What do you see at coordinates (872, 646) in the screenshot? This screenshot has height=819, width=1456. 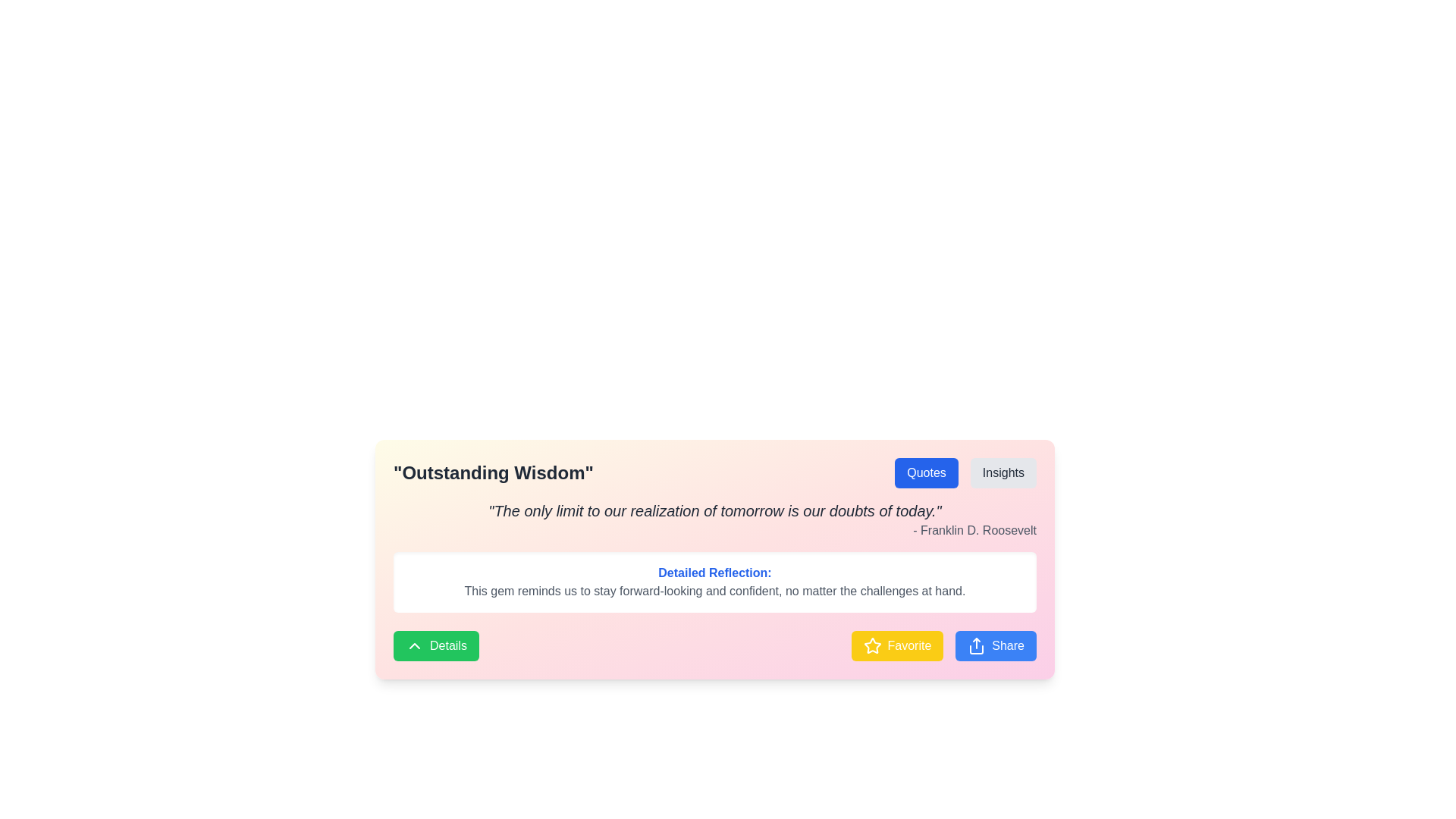 I see `the star icon located on the left of the 'Favorite' button with a yellow background, which enhances its visual appeal` at bounding box center [872, 646].